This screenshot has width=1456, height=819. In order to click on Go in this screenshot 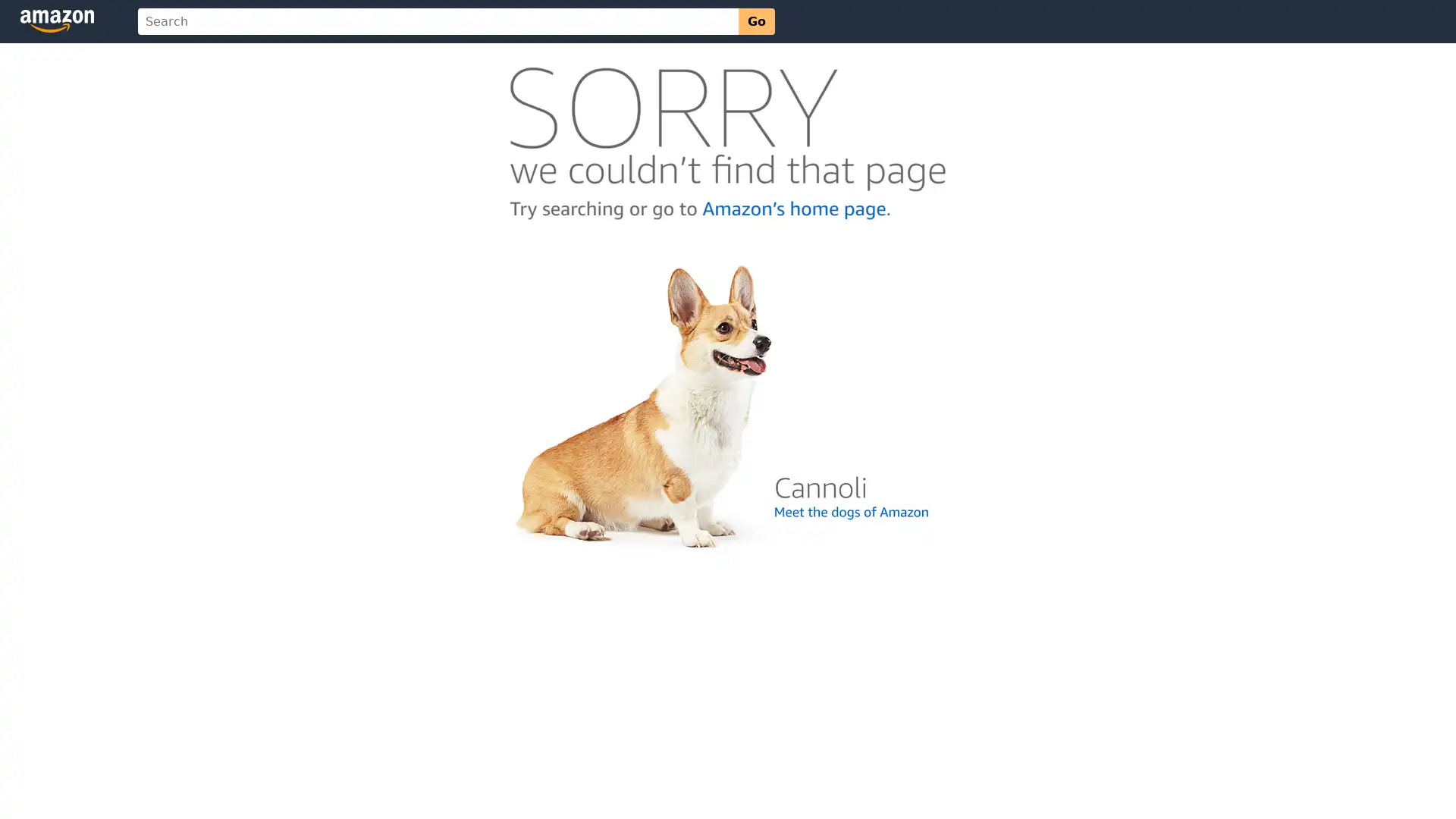, I will do `click(757, 21)`.